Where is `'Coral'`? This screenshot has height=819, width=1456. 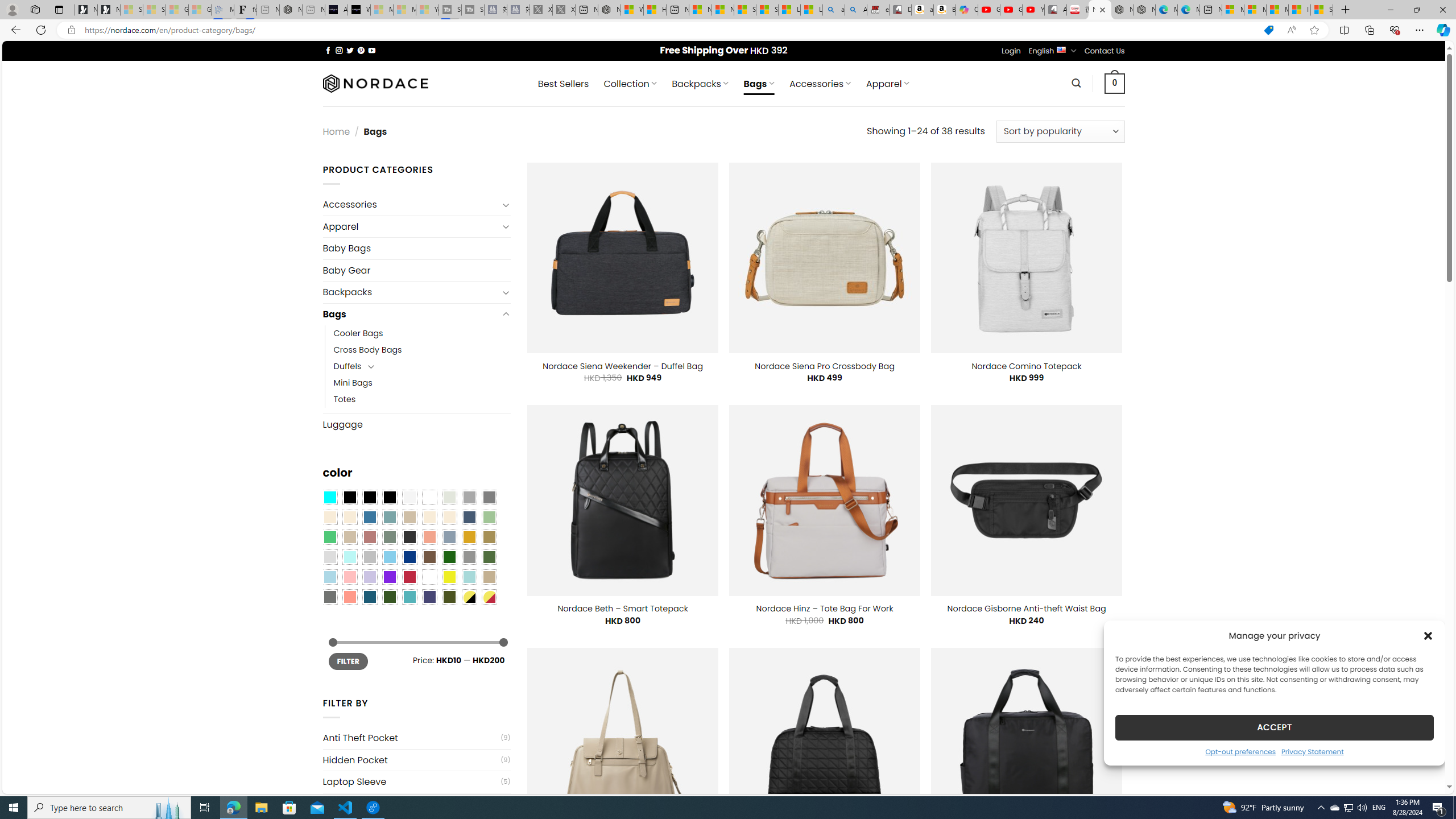 'Coral' is located at coordinates (429, 536).